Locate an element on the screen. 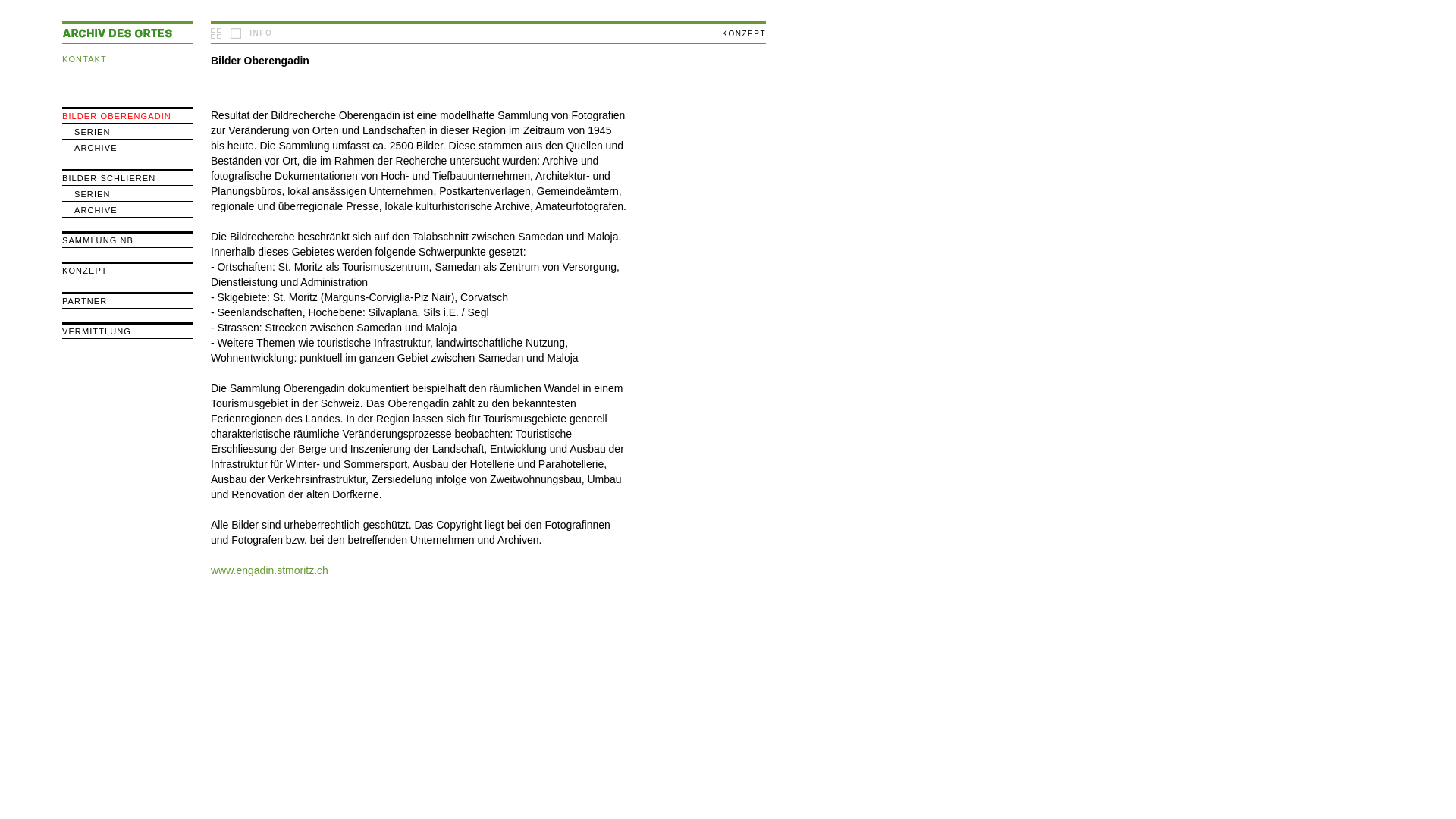 The height and width of the screenshot is (819, 1456). 'BILDER OBERENGADIN' is located at coordinates (115, 115).